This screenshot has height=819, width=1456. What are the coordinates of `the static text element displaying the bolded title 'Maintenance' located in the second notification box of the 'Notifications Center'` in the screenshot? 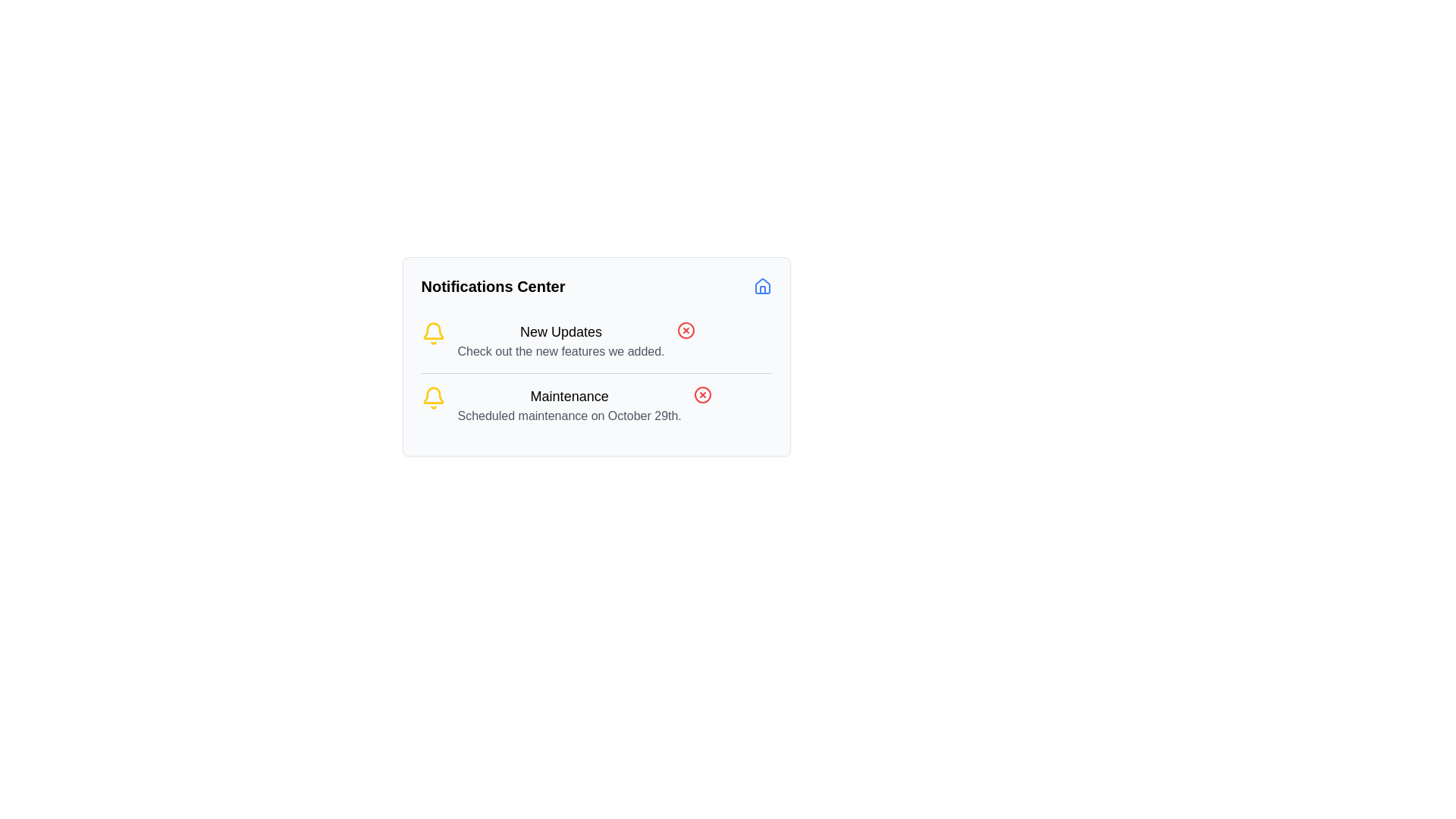 It's located at (569, 396).